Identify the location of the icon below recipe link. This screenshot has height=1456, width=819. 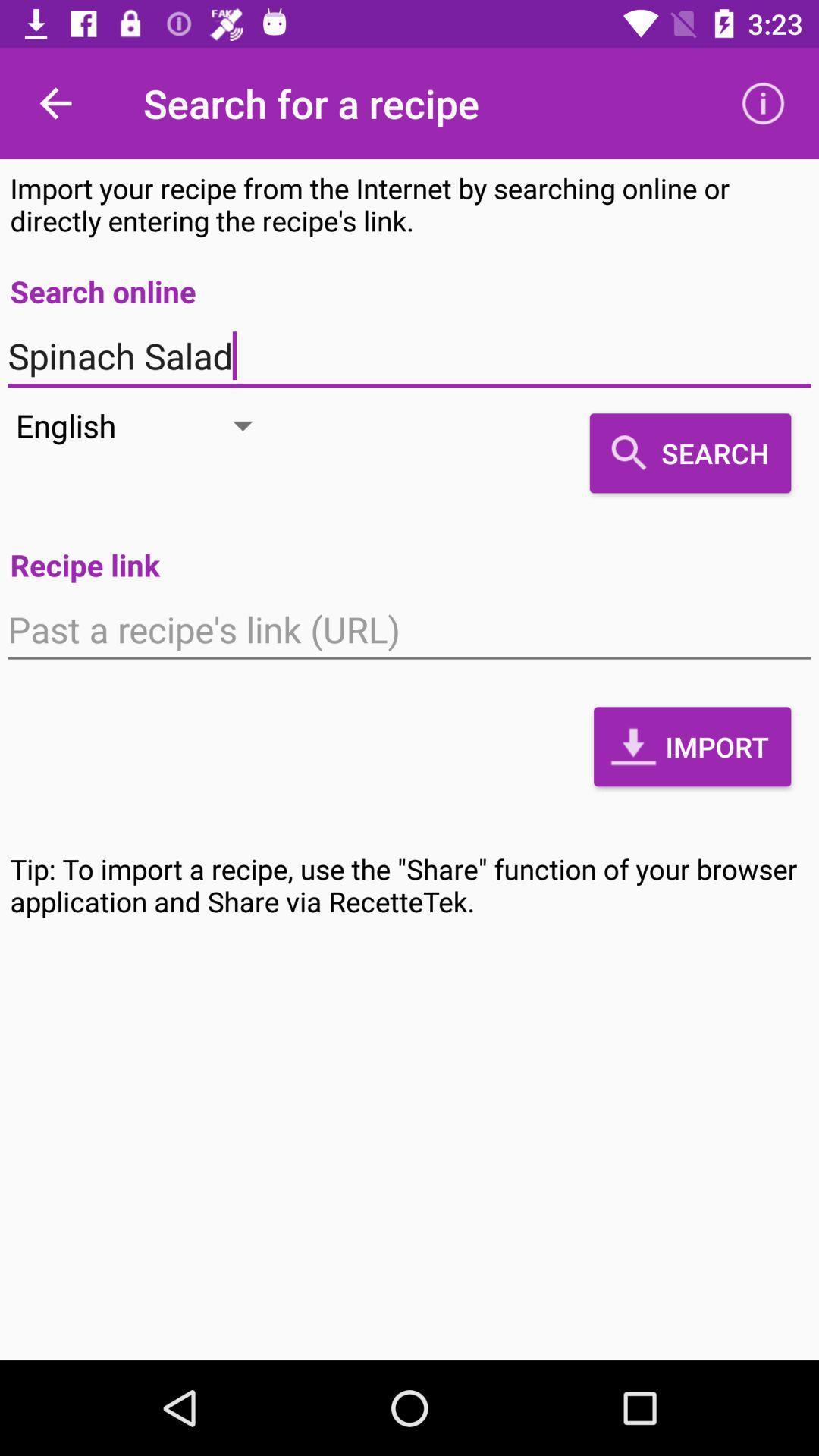
(409, 629).